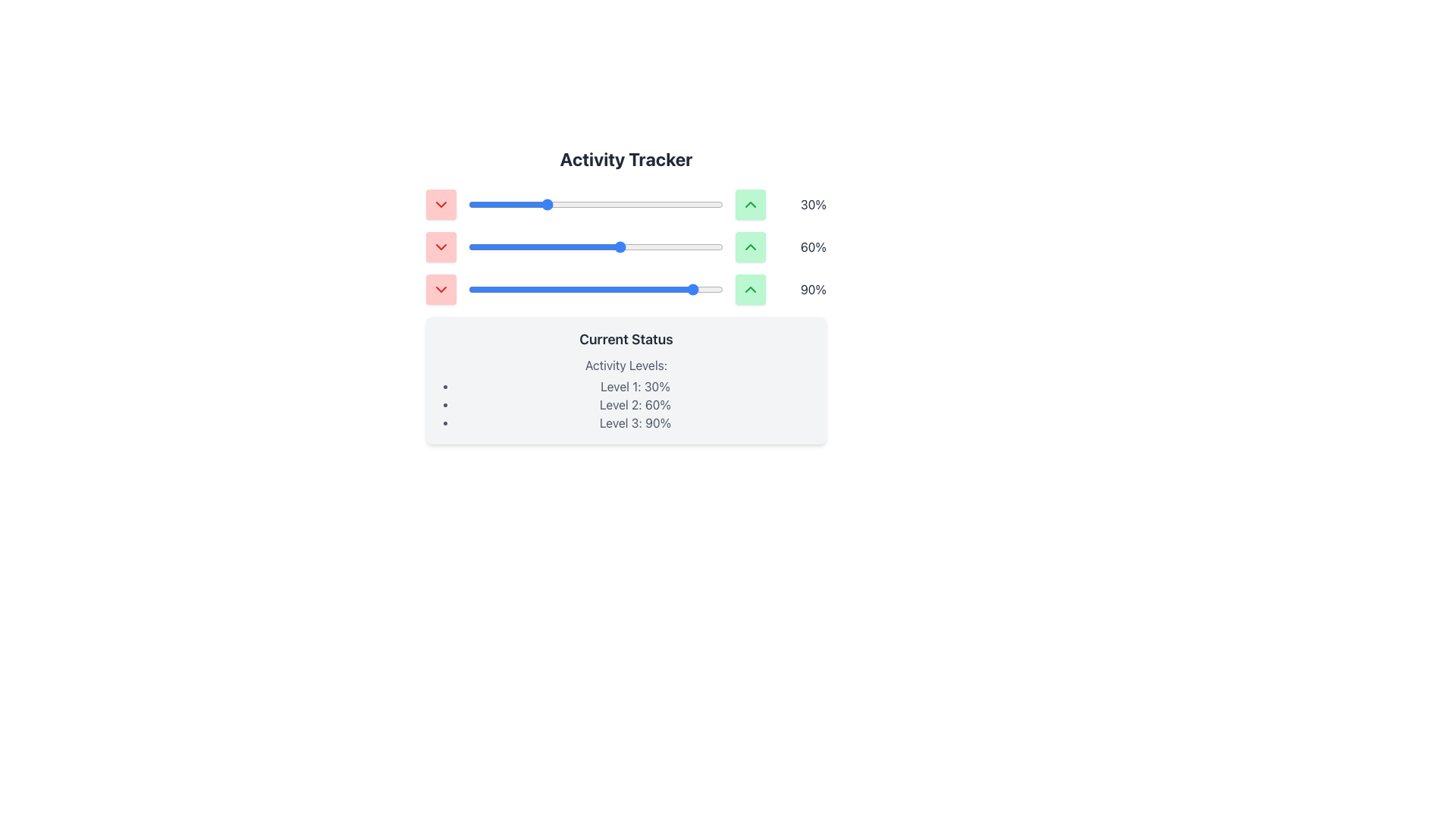  What do you see at coordinates (613, 246) in the screenshot?
I see `the slider value` at bounding box center [613, 246].